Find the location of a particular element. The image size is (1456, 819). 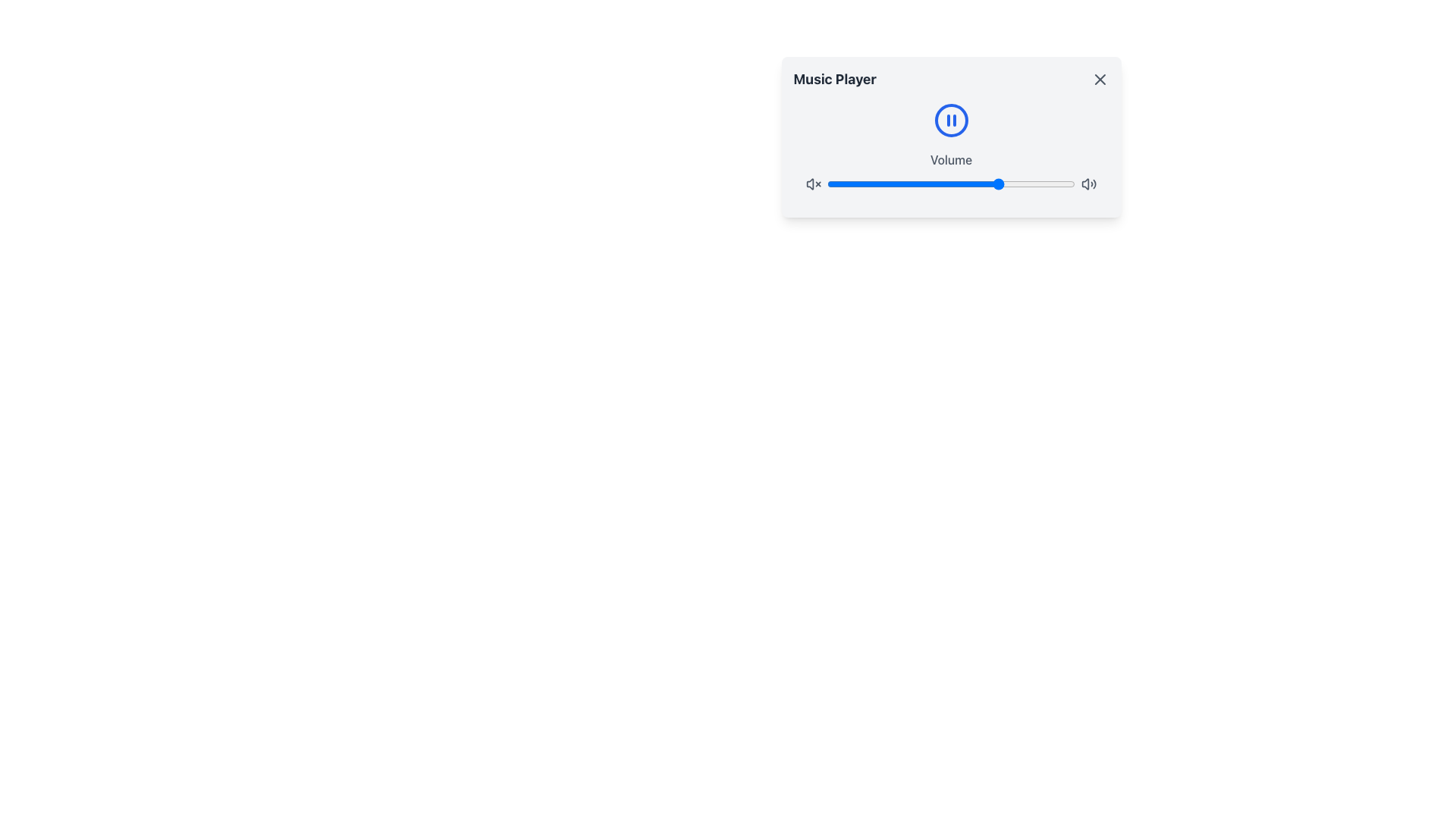

the volume slider is located at coordinates (996, 184).